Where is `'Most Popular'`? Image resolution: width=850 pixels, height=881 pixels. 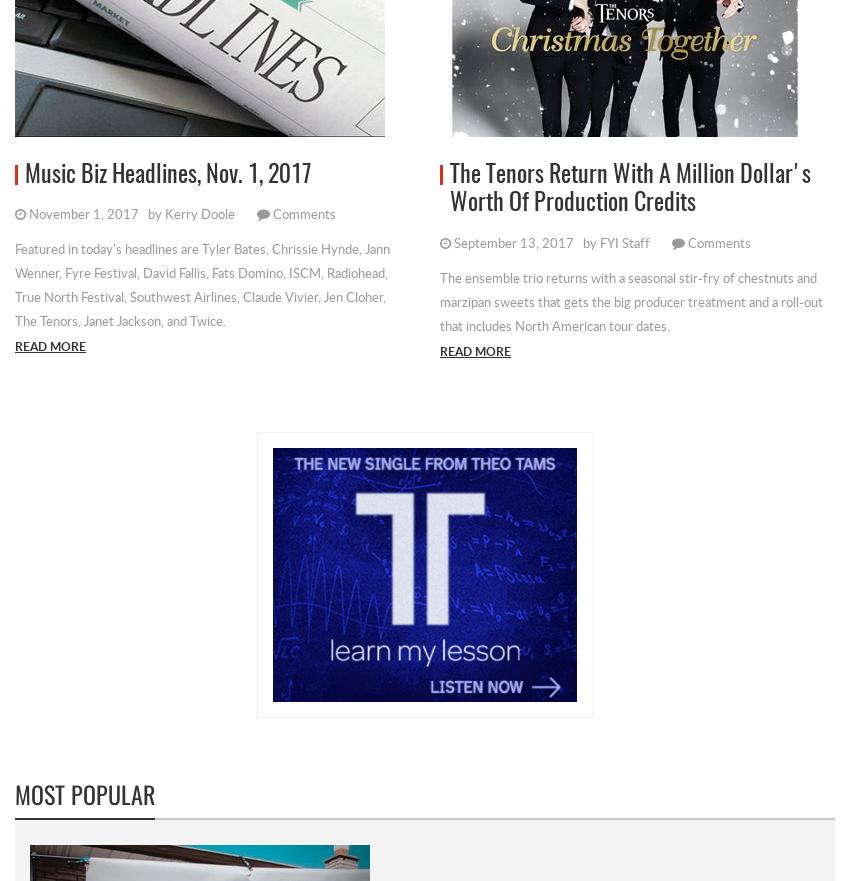 'Most Popular' is located at coordinates (13, 792).